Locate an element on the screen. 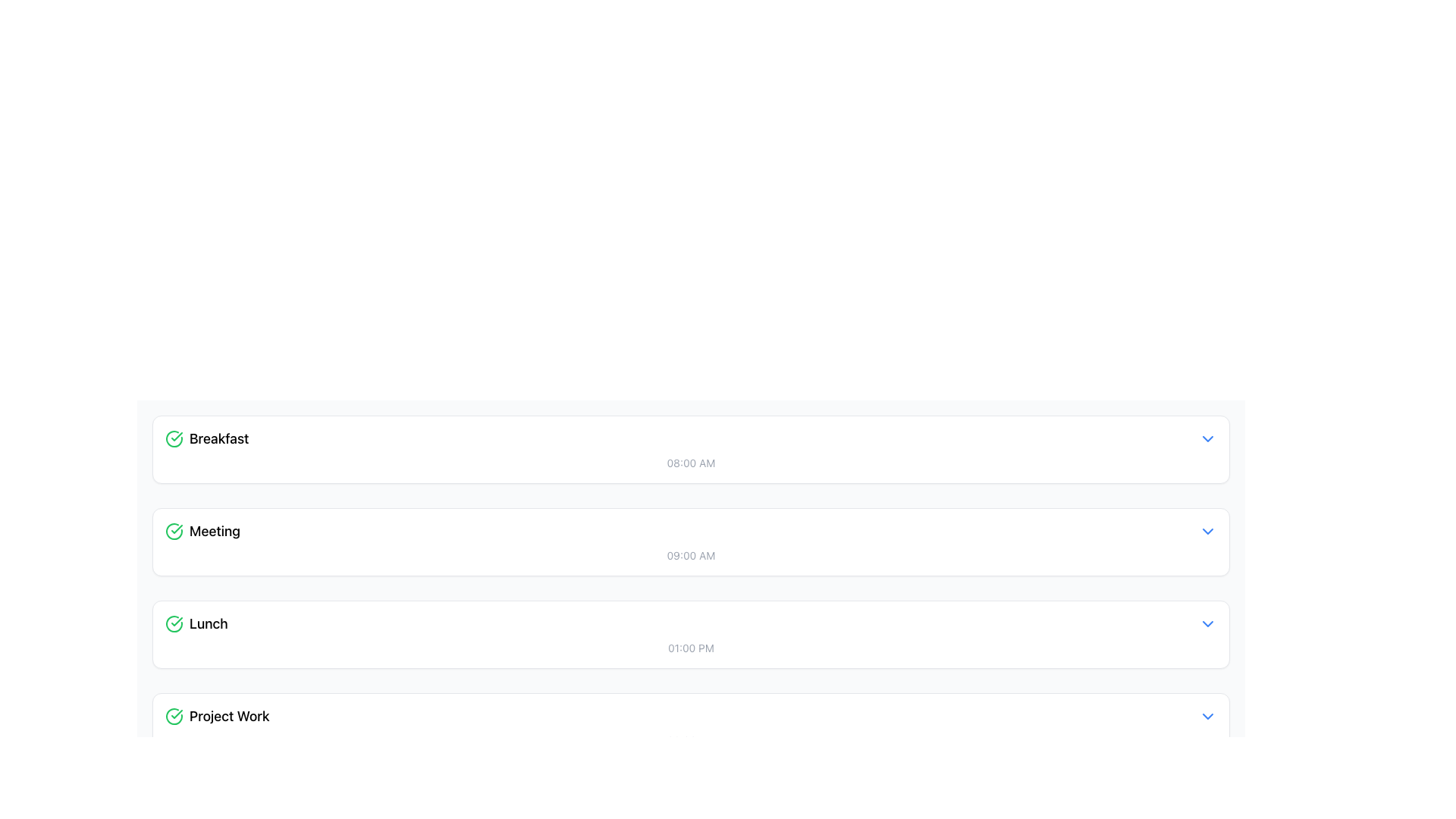 The image size is (1456, 819). the green outlined circular icon with a checkmark inside, which indicates a completed item, located to the left of the text 'Lunch' is located at coordinates (174, 623).